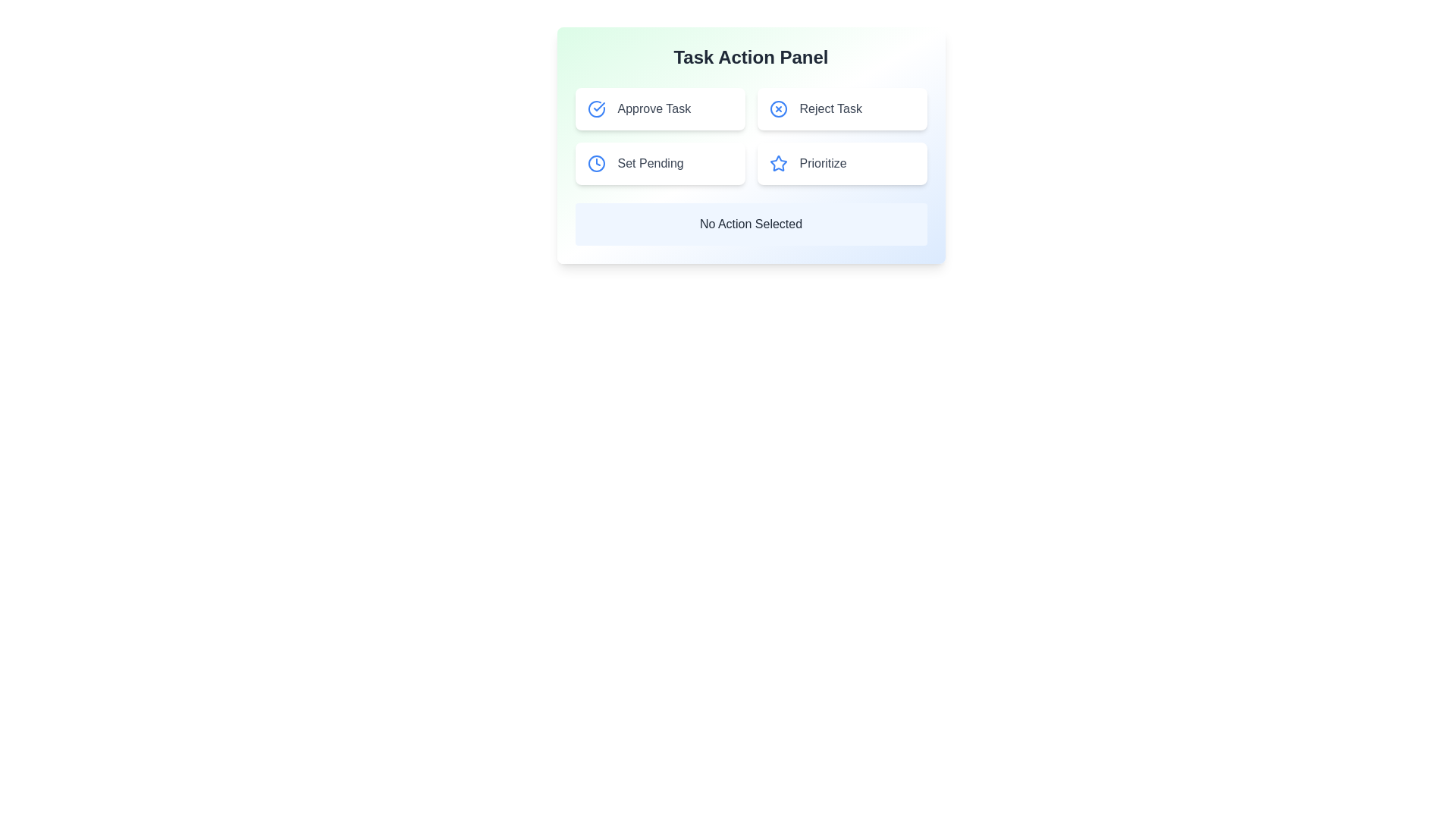  What do you see at coordinates (841, 164) in the screenshot?
I see `the 'Prioritize' button located at the bottom-right of the grid layout` at bounding box center [841, 164].